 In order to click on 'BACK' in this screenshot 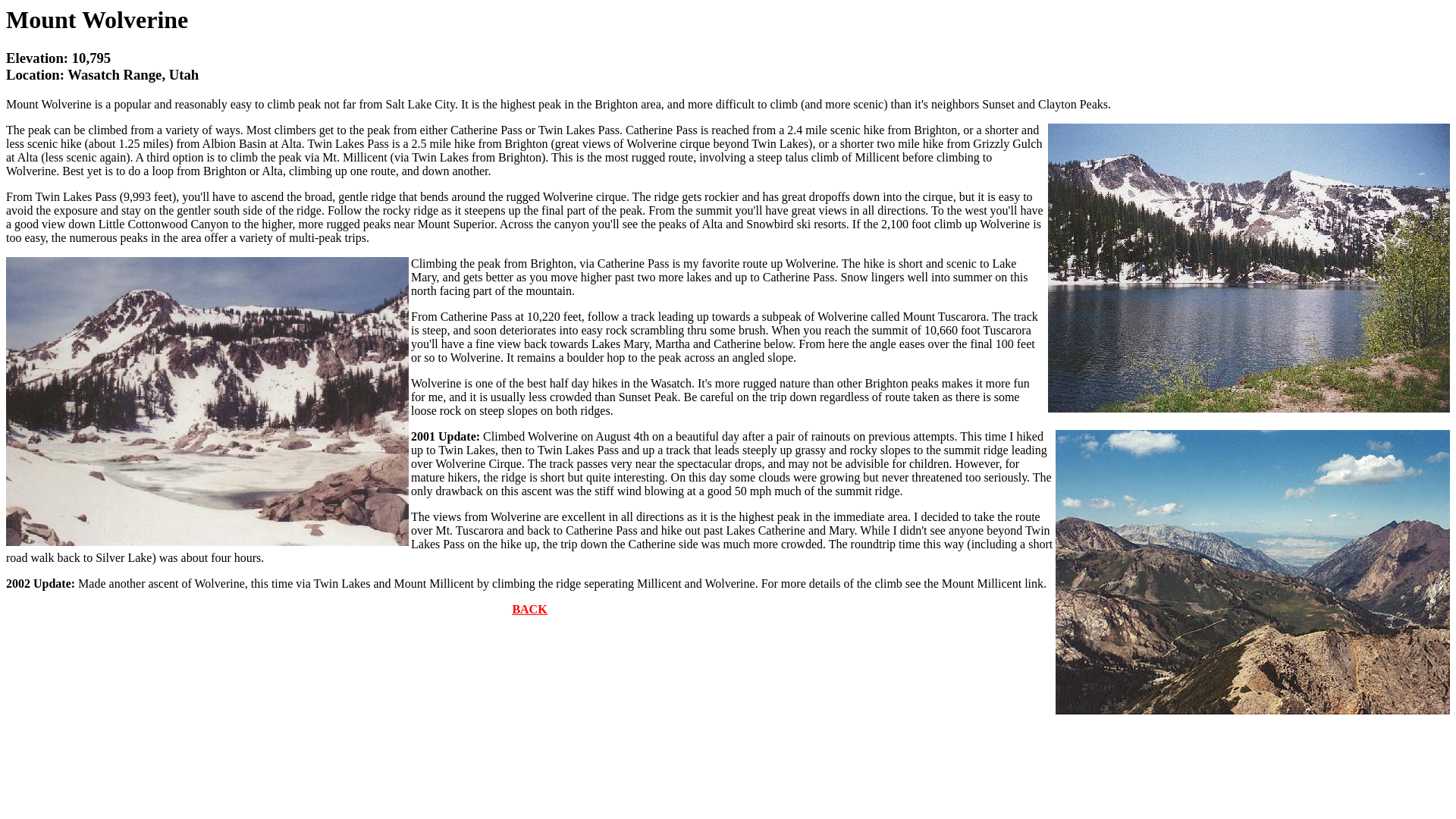, I will do `click(529, 608)`.